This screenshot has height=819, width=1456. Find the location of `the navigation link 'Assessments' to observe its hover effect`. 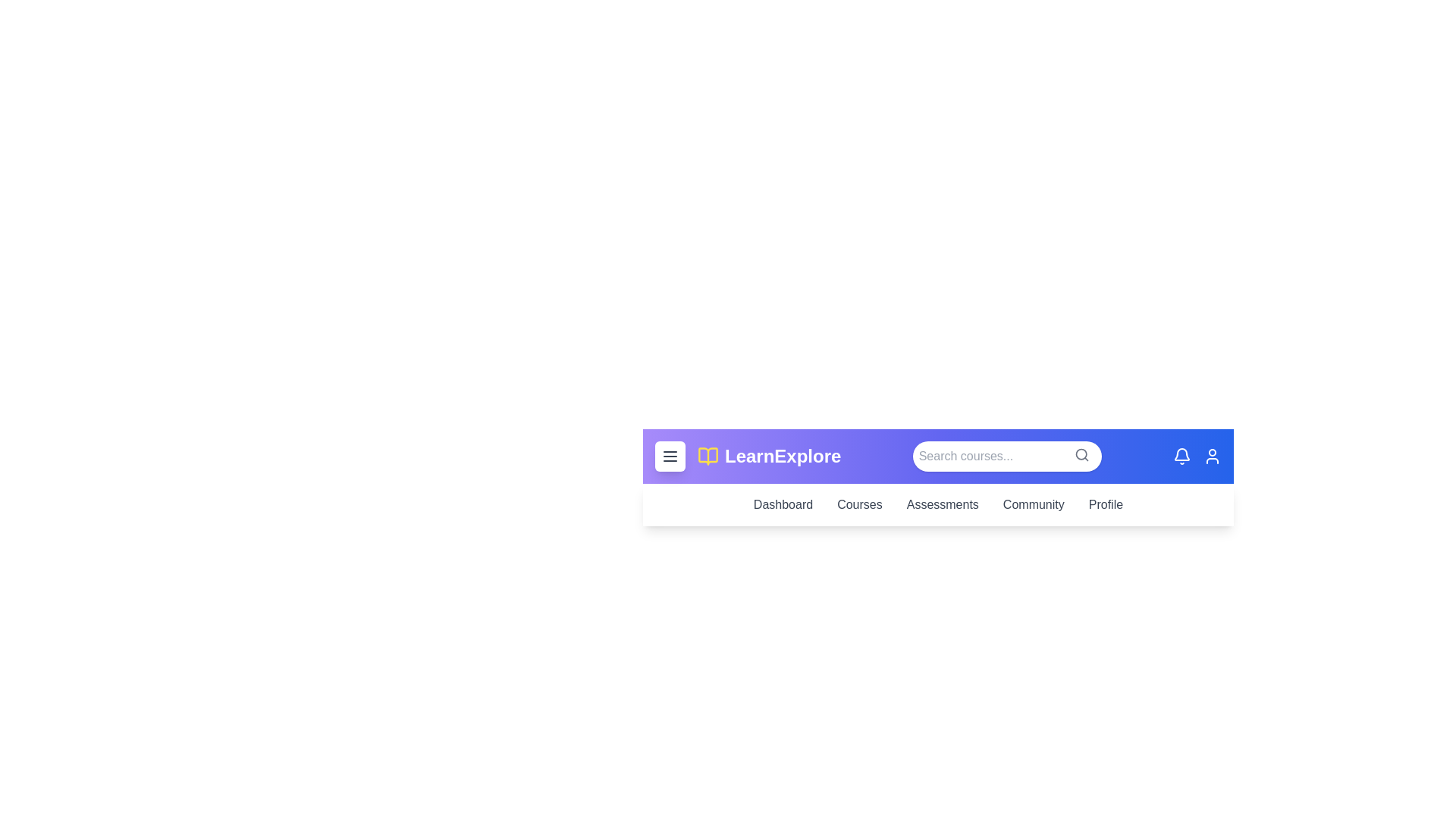

the navigation link 'Assessments' to observe its hover effect is located at coordinates (942, 505).